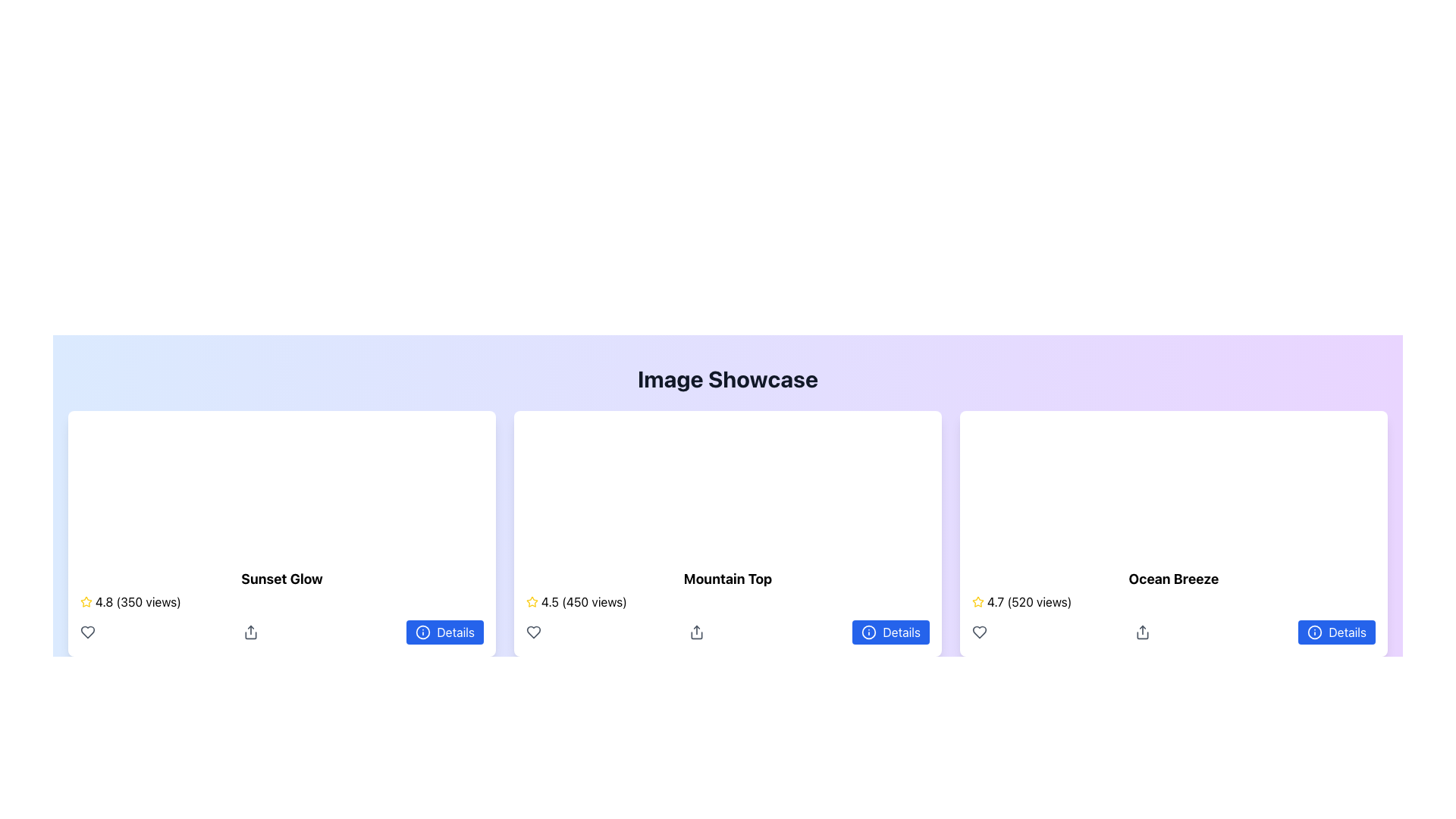 Image resolution: width=1456 pixels, height=819 pixels. What do you see at coordinates (869, 632) in the screenshot?
I see `the contextual information icon located to the left of the 'Details' button on the 'Mountain Top' card at the bottom right corner of the interface` at bounding box center [869, 632].